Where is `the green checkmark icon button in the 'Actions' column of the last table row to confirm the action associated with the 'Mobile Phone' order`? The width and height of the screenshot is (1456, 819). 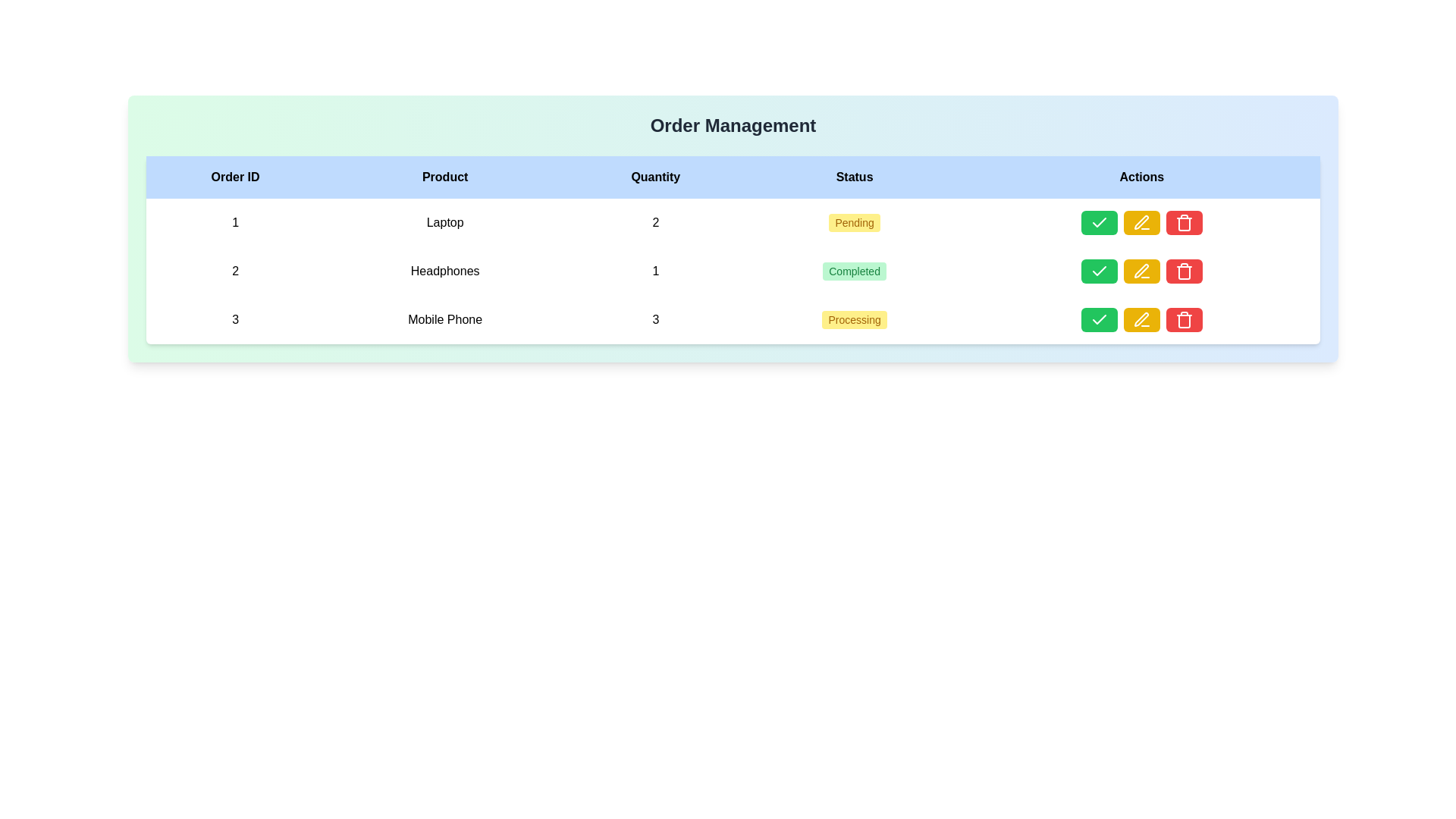 the green checkmark icon button in the 'Actions' column of the last table row to confirm the action associated with the 'Mobile Phone' order is located at coordinates (1099, 318).